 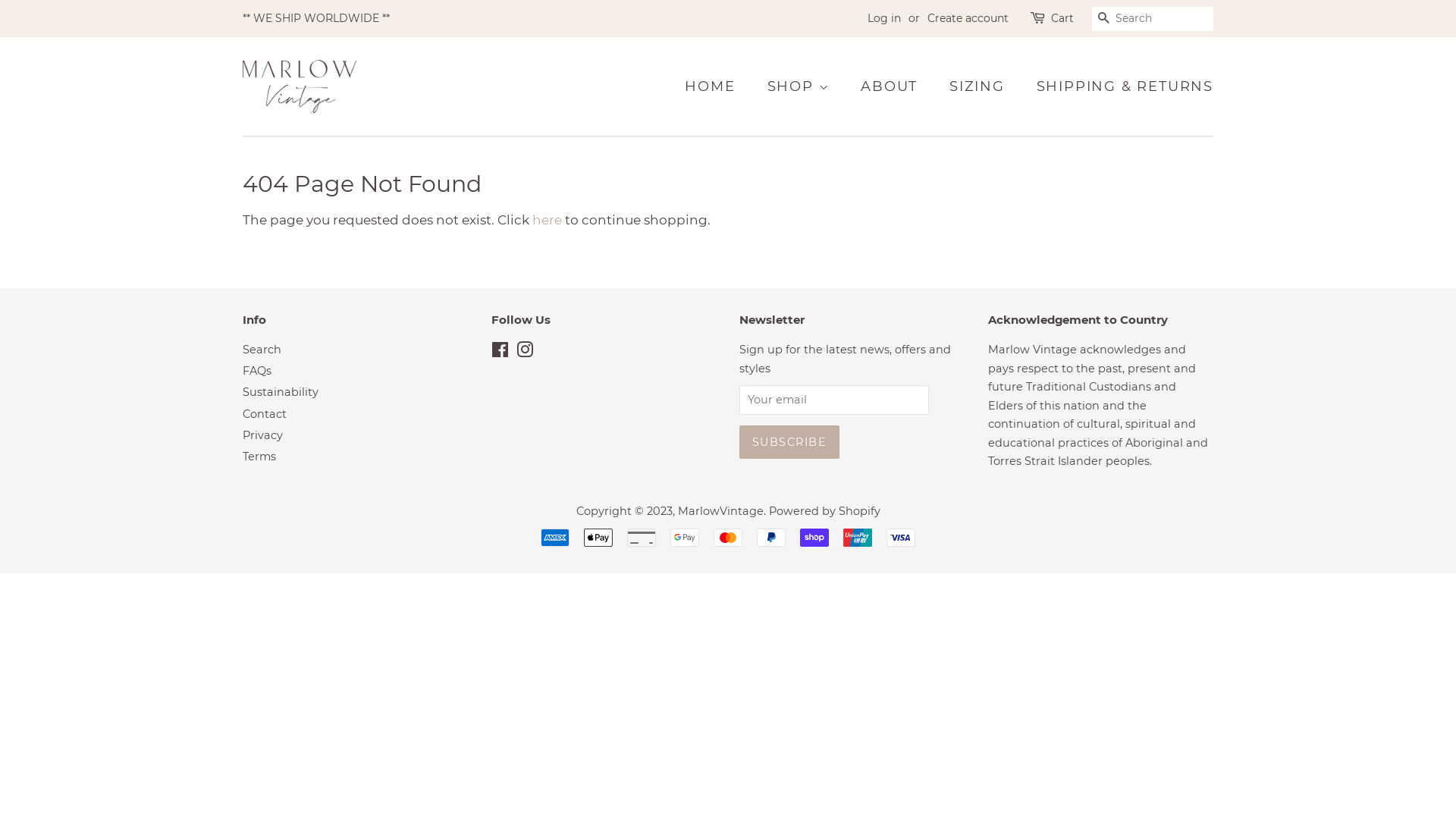 I want to click on 'FAQs', so click(x=257, y=371).